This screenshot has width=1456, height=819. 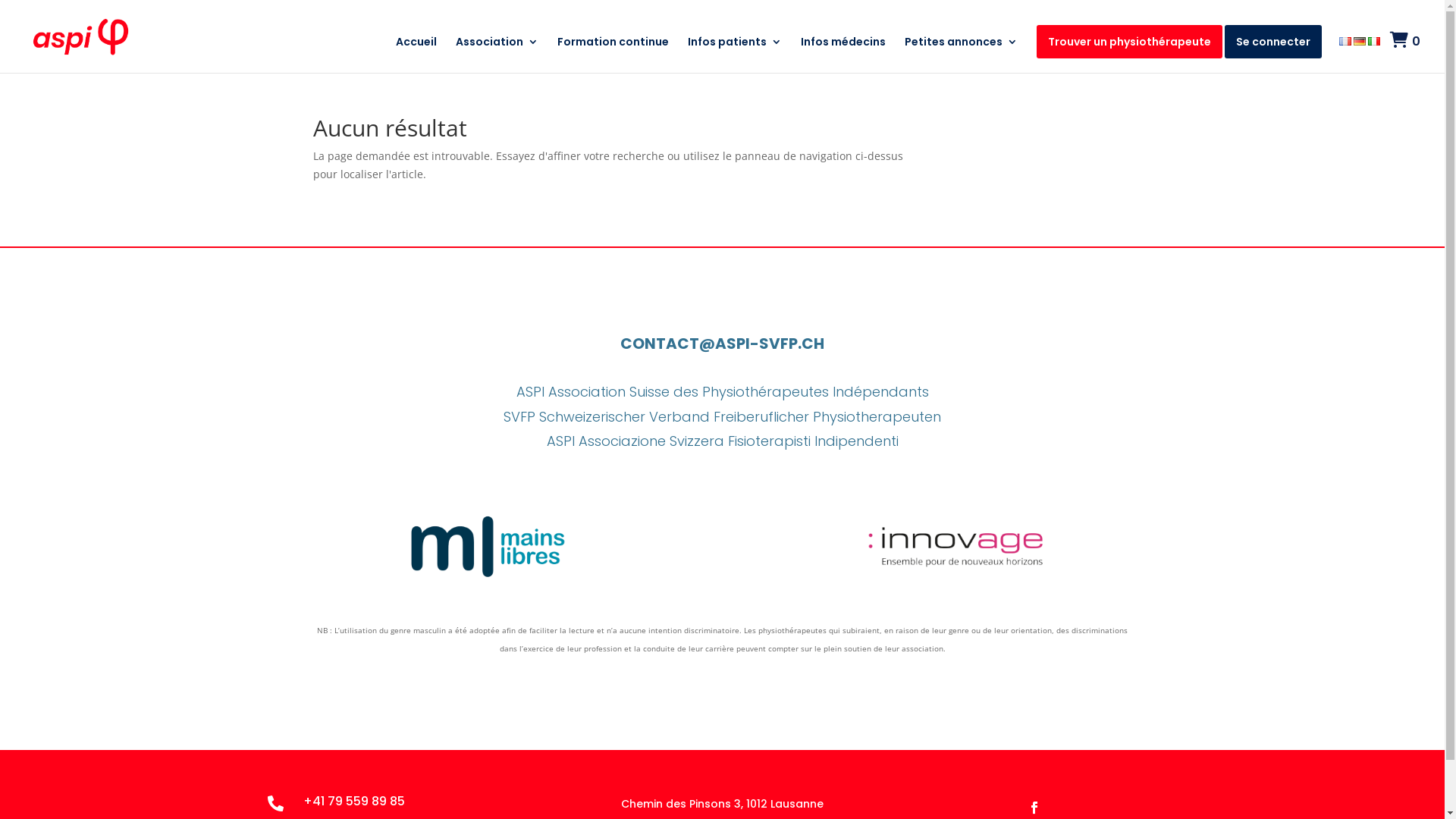 I want to click on 'CONTACT@ASPI-SVFP.CH', so click(x=721, y=343).